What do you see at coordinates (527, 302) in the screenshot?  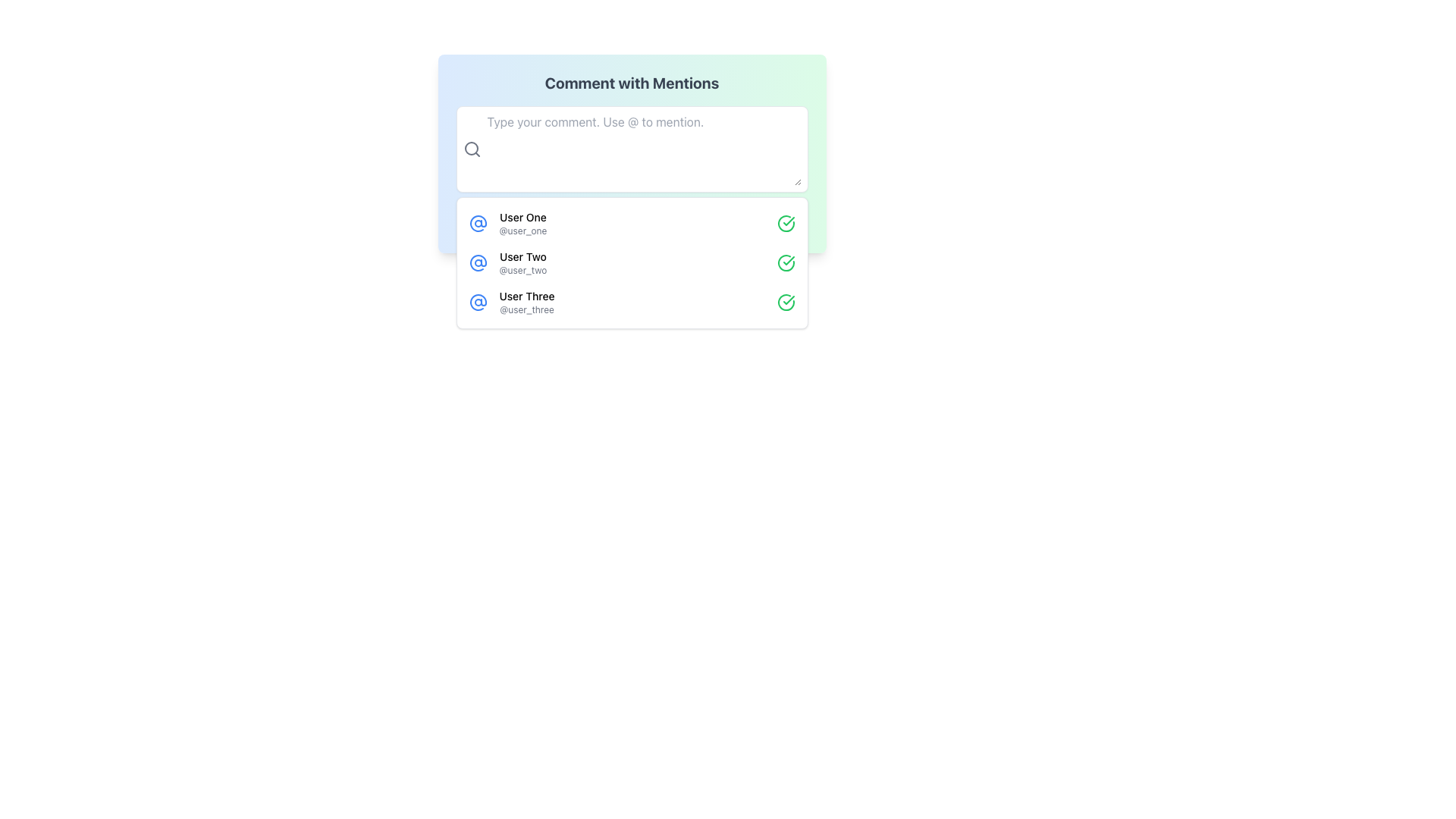 I see `to select the user mention option '@user_three' from the user mention suggestion display, which is the third entry in the list` at bounding box center [527, 302].